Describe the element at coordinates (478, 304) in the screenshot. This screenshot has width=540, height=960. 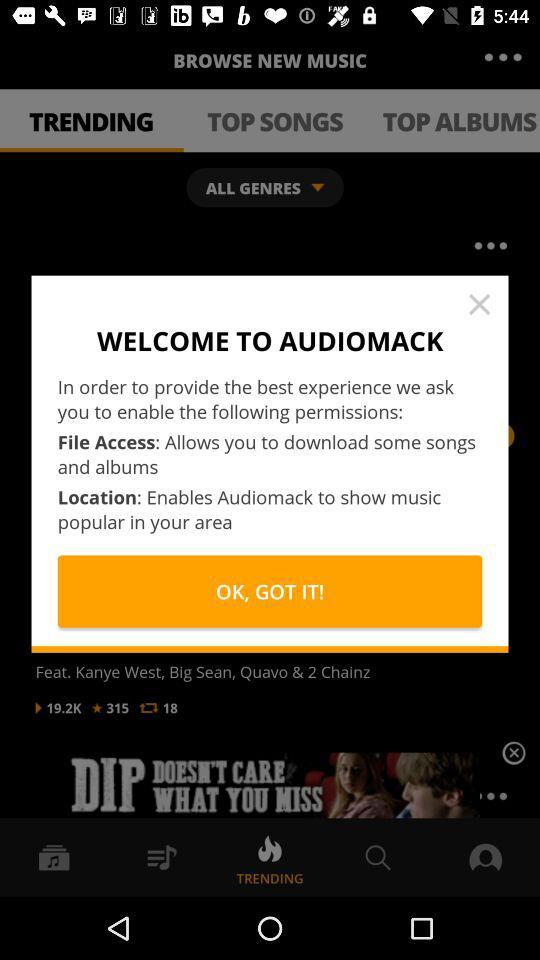
I see `the close icon` at that location.